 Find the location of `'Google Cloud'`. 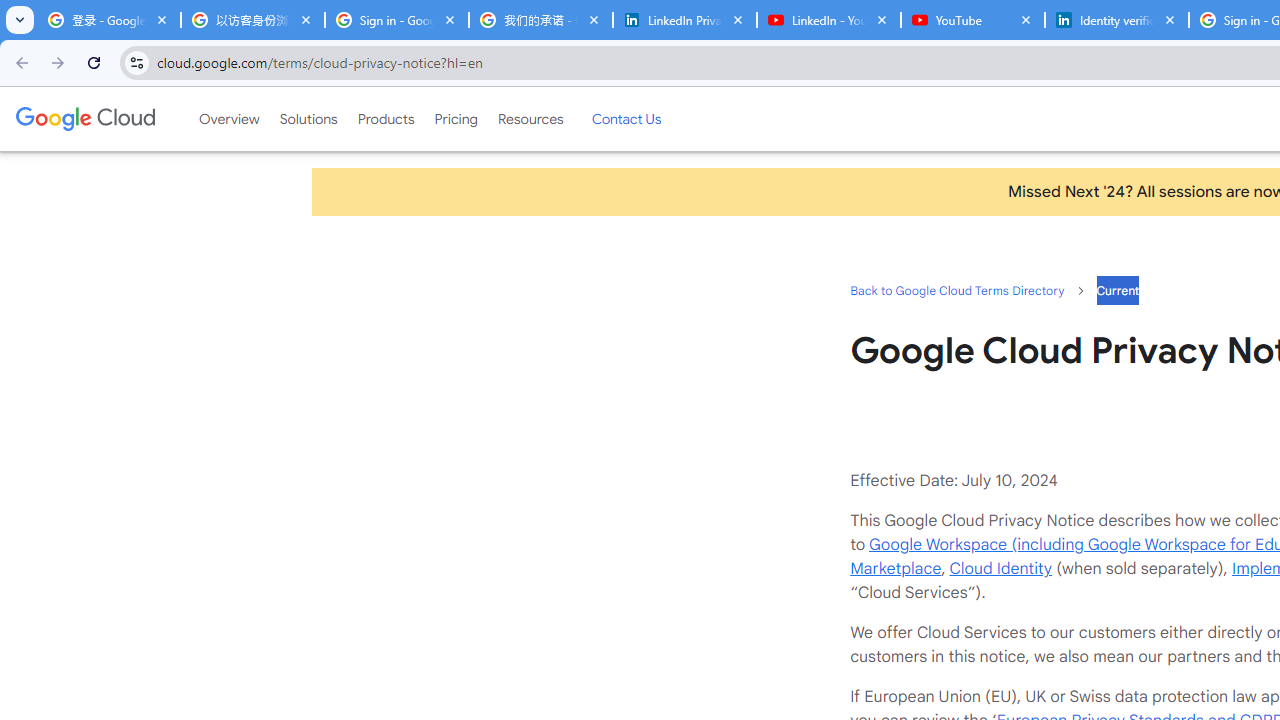

'Google Cloud' is located at coordinates (84, 119).